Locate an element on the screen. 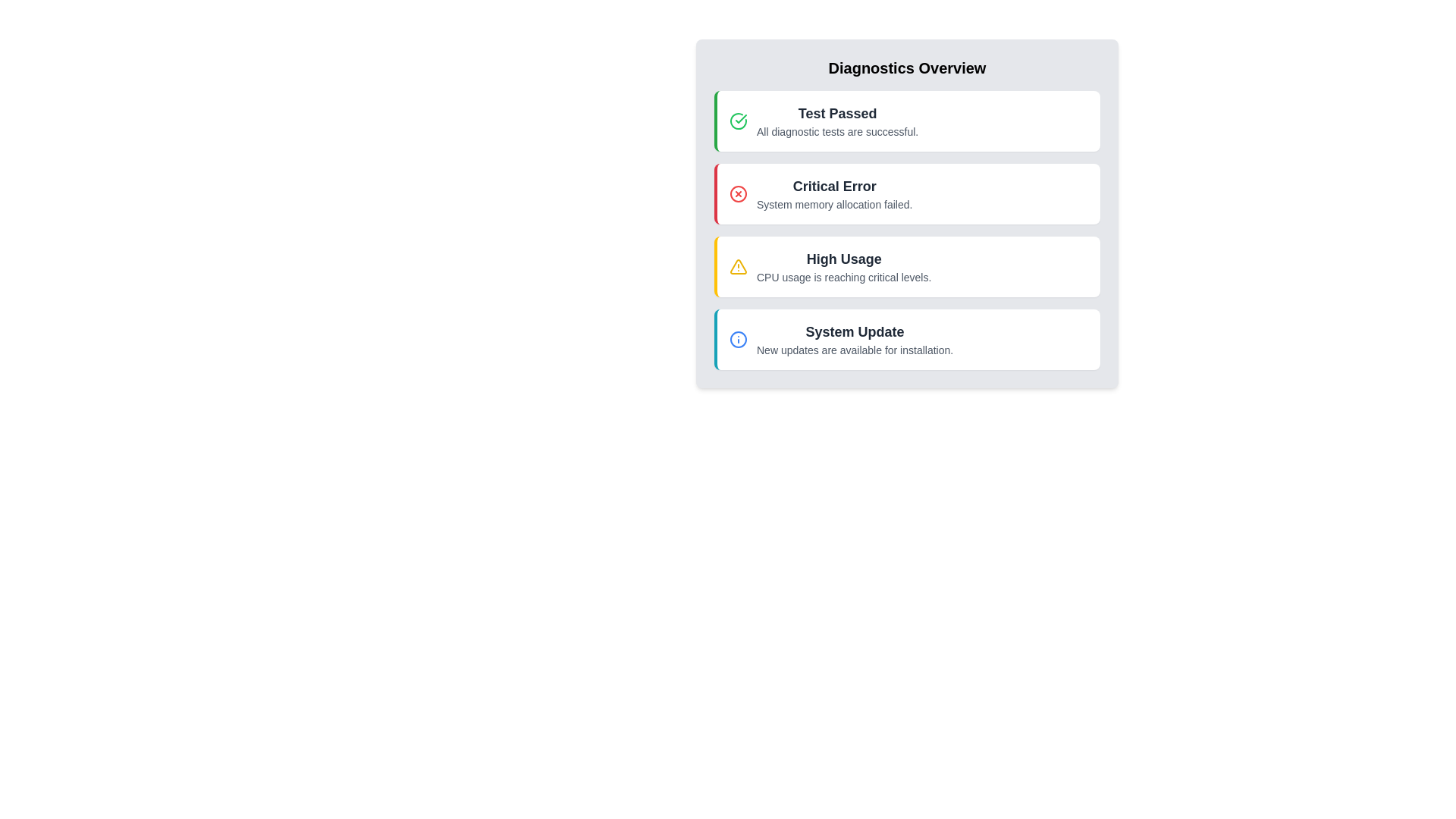 Image resolution: width=1456 pixels, height=819 pixels. text content of the notification about new system updates located in the fourth section of the vertically aligned list inside the 'Diagnostics Overview' box is located at coordinates (855, 338).